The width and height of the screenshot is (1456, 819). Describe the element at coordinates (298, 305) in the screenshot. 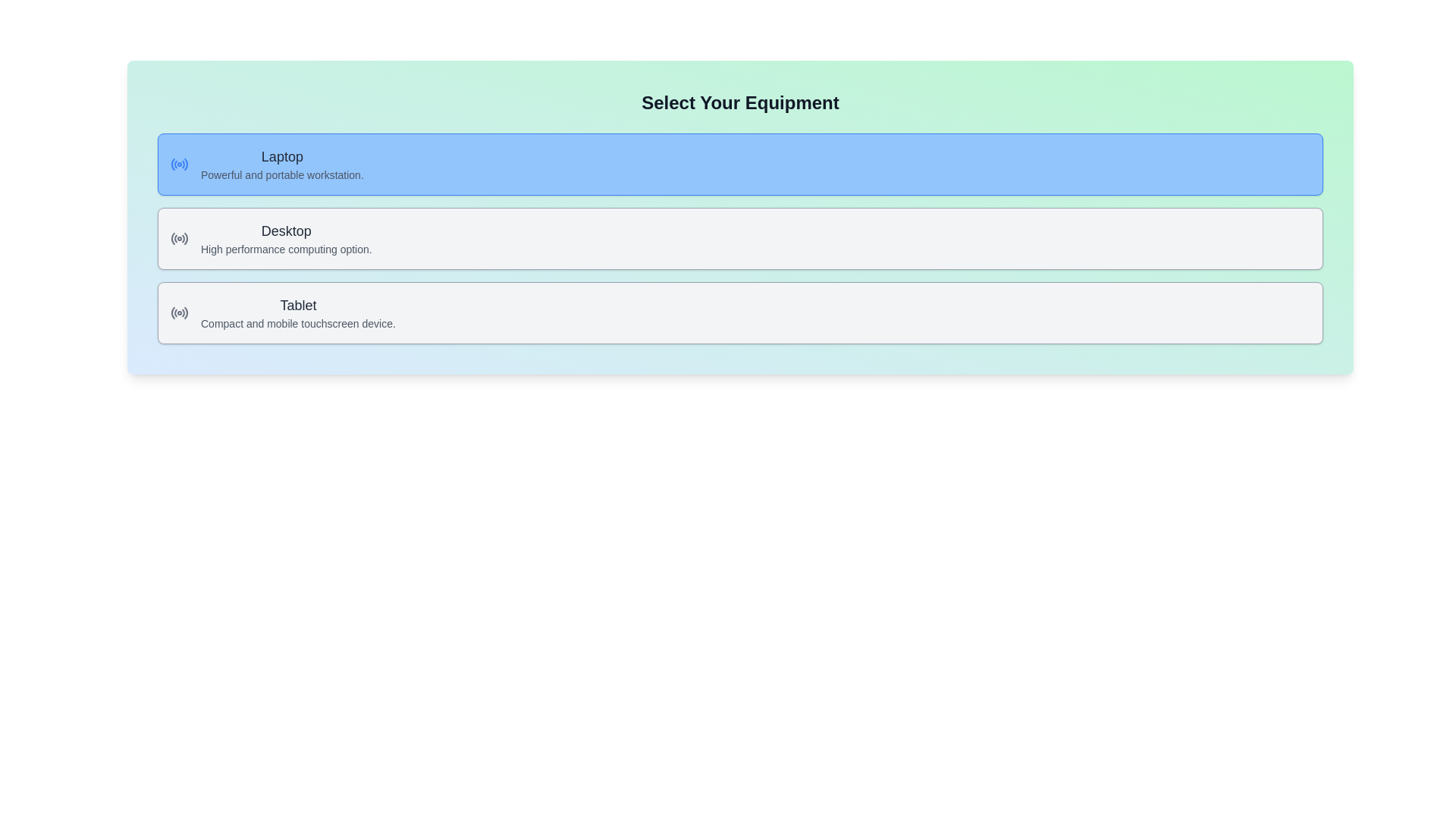

I see `the text label for the third equipment option, which serves as its title, located above the descriptive text 'Compact and mobile touchscreen device.'` at that location.